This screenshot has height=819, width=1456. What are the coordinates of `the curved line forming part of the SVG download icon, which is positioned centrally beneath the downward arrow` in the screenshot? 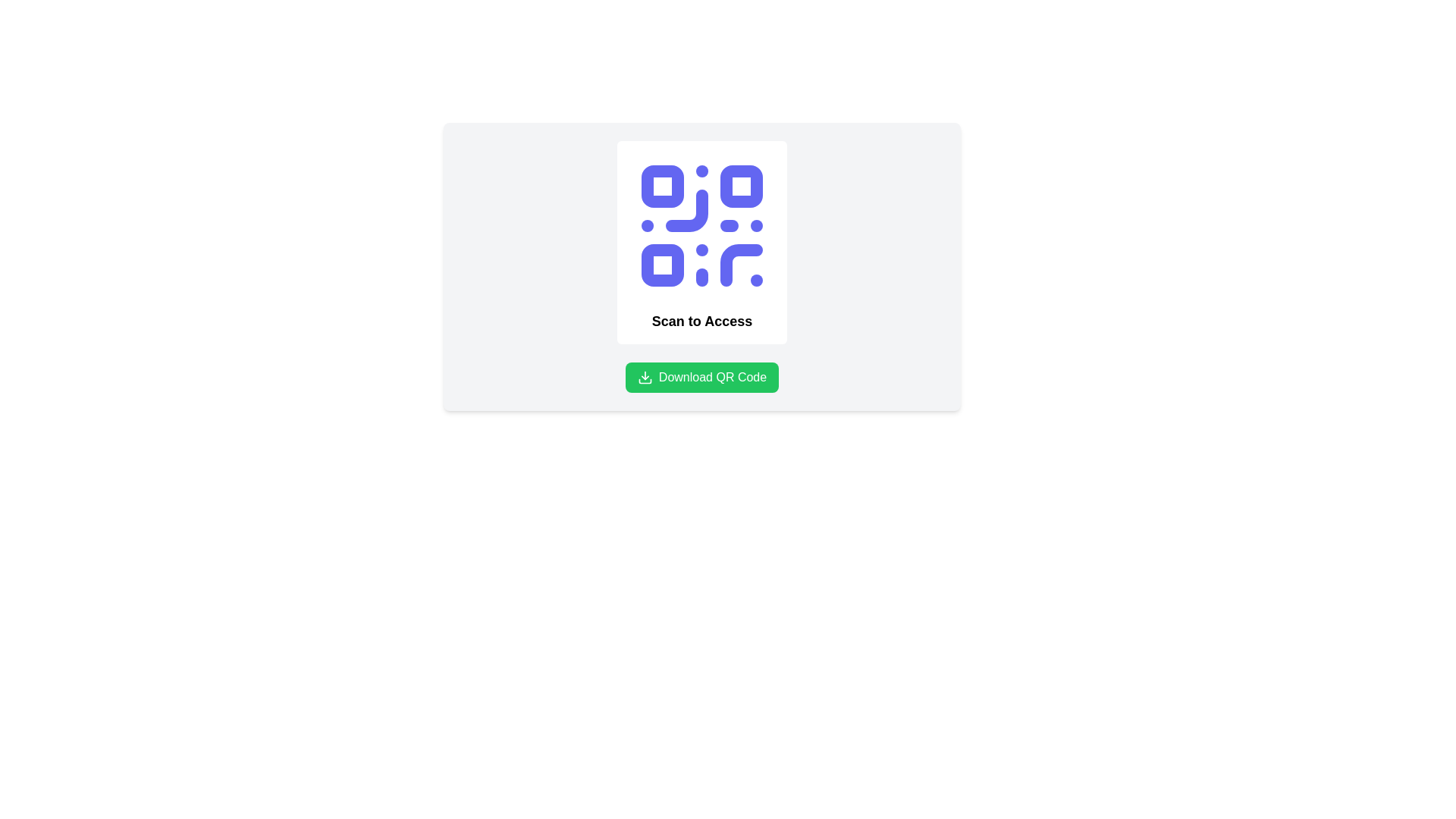 It's located at (645, 380).